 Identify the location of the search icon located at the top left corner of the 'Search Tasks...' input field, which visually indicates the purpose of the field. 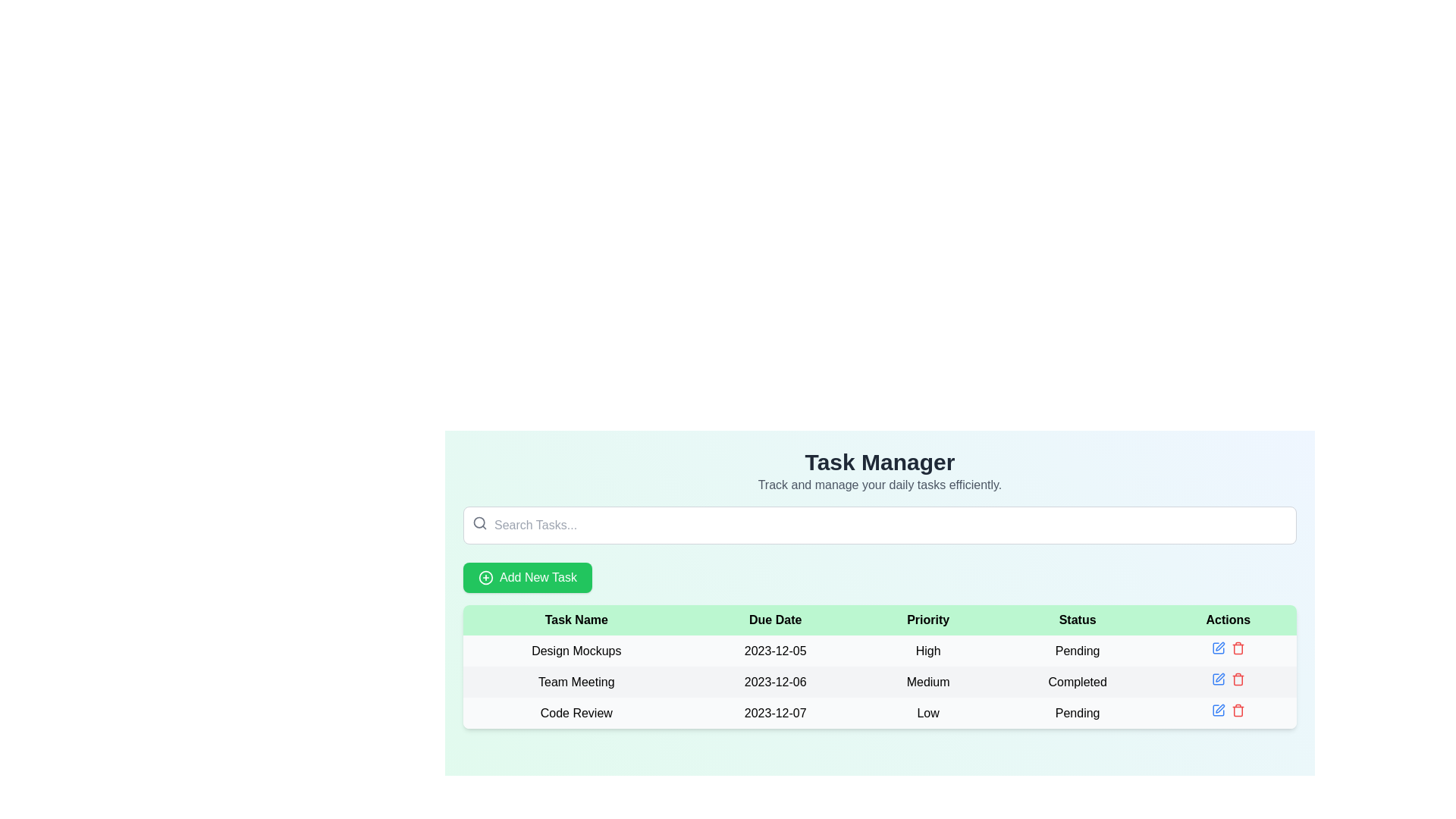
(479, 522).